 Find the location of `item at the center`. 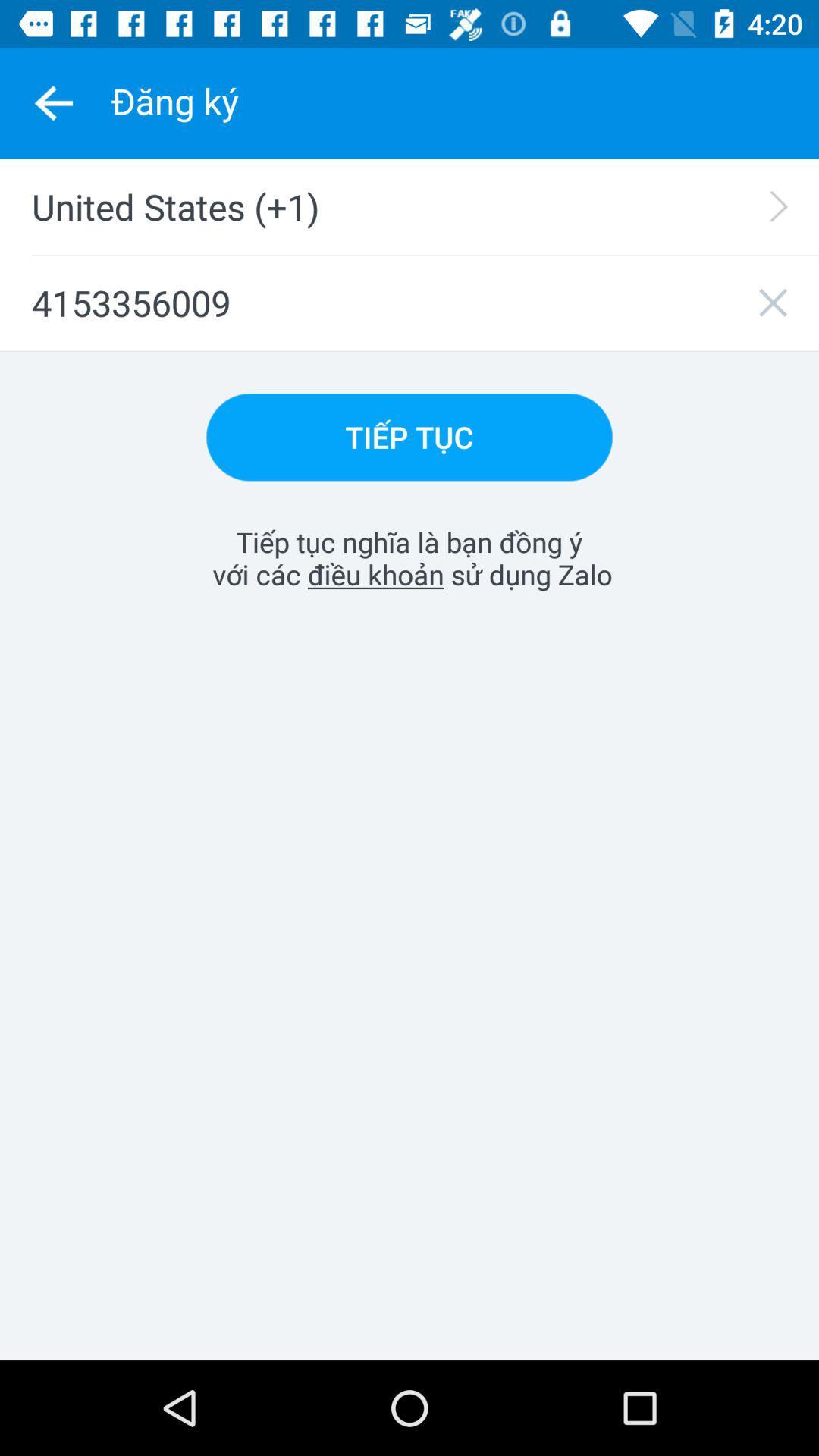

item at the center is located at coordinates (408, 557).